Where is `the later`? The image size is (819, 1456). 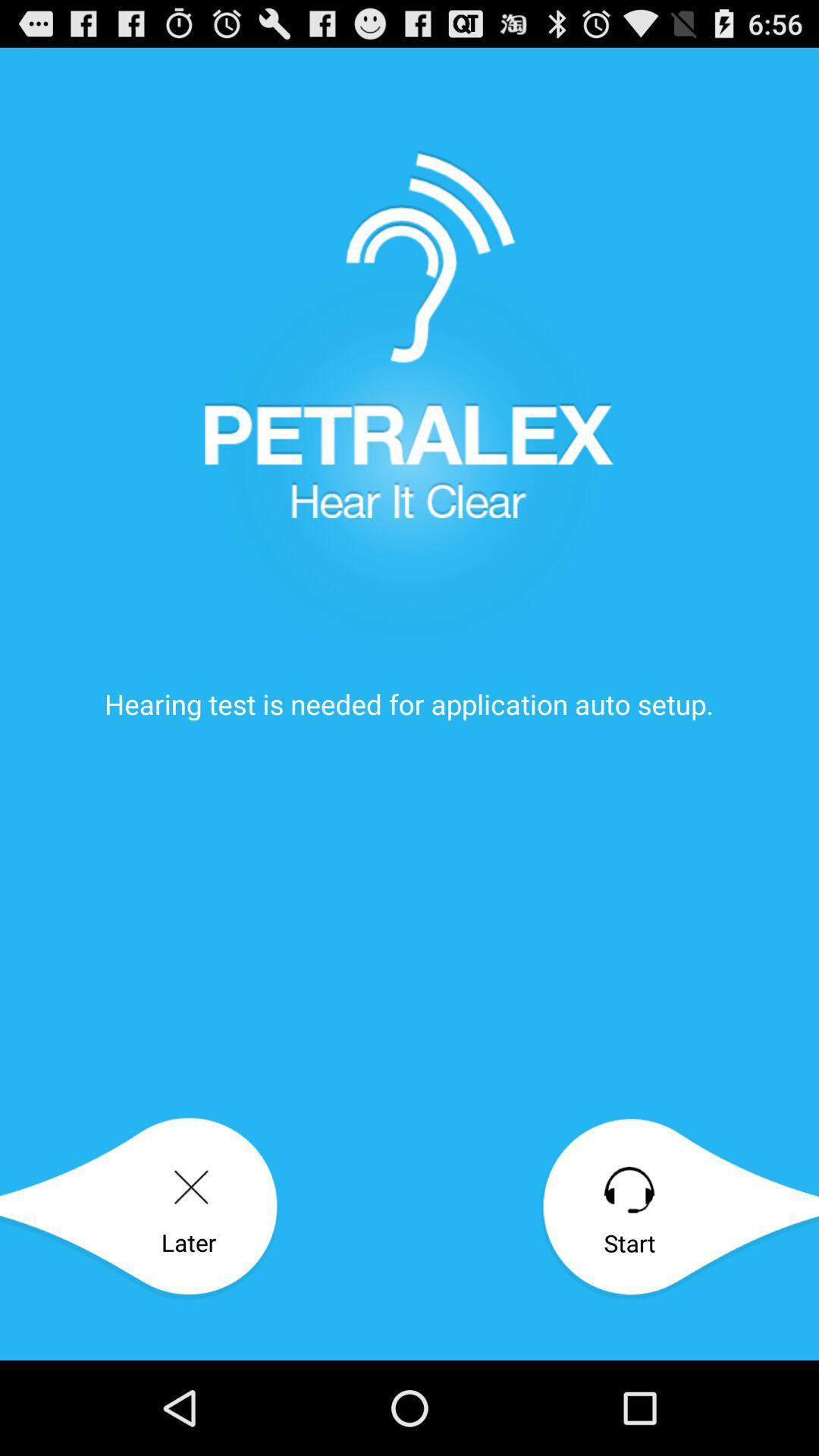
the later is located at coordinates (139, 1207).